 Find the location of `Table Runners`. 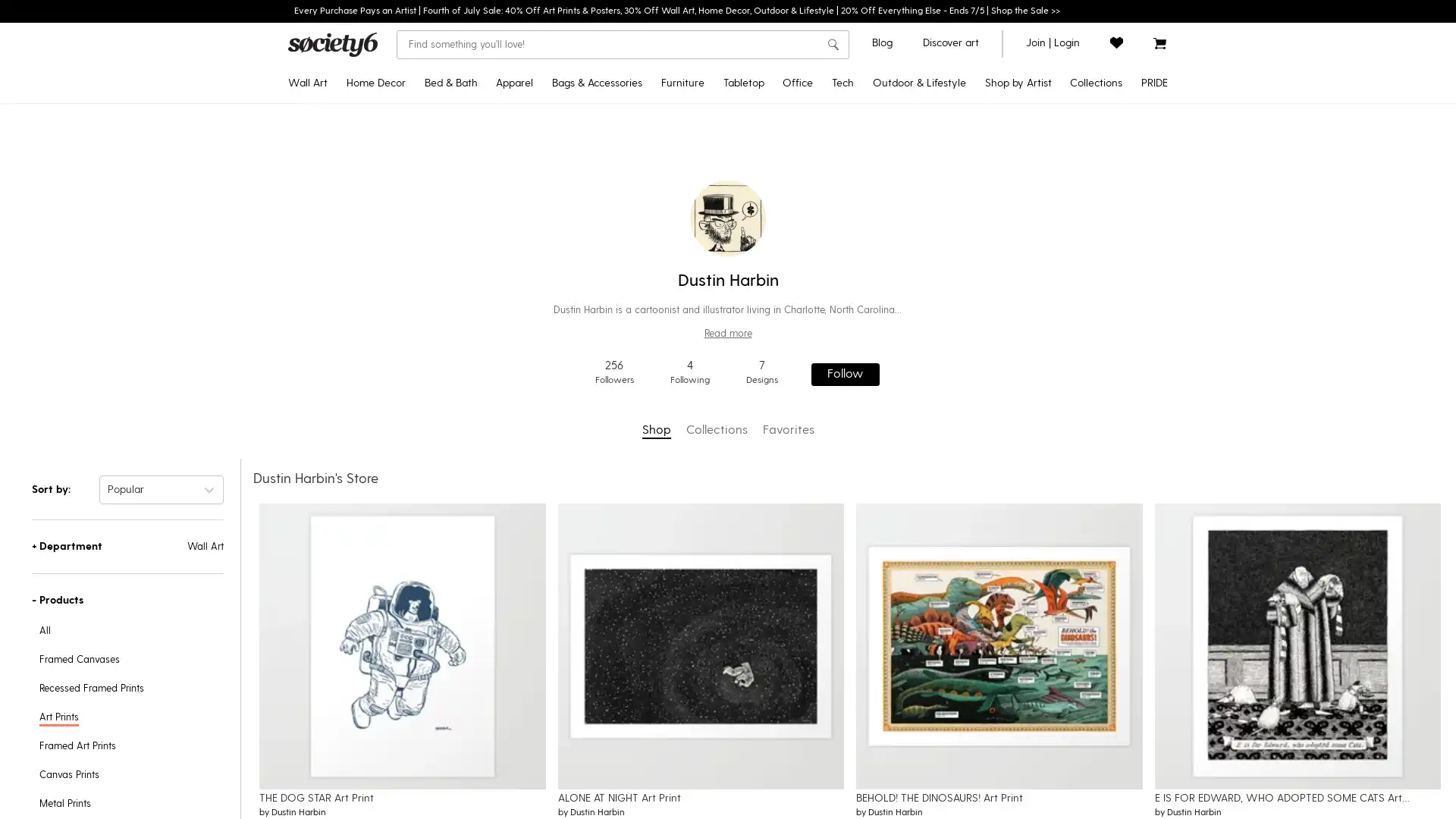

Table Runners is located at coordinates (771, 194).